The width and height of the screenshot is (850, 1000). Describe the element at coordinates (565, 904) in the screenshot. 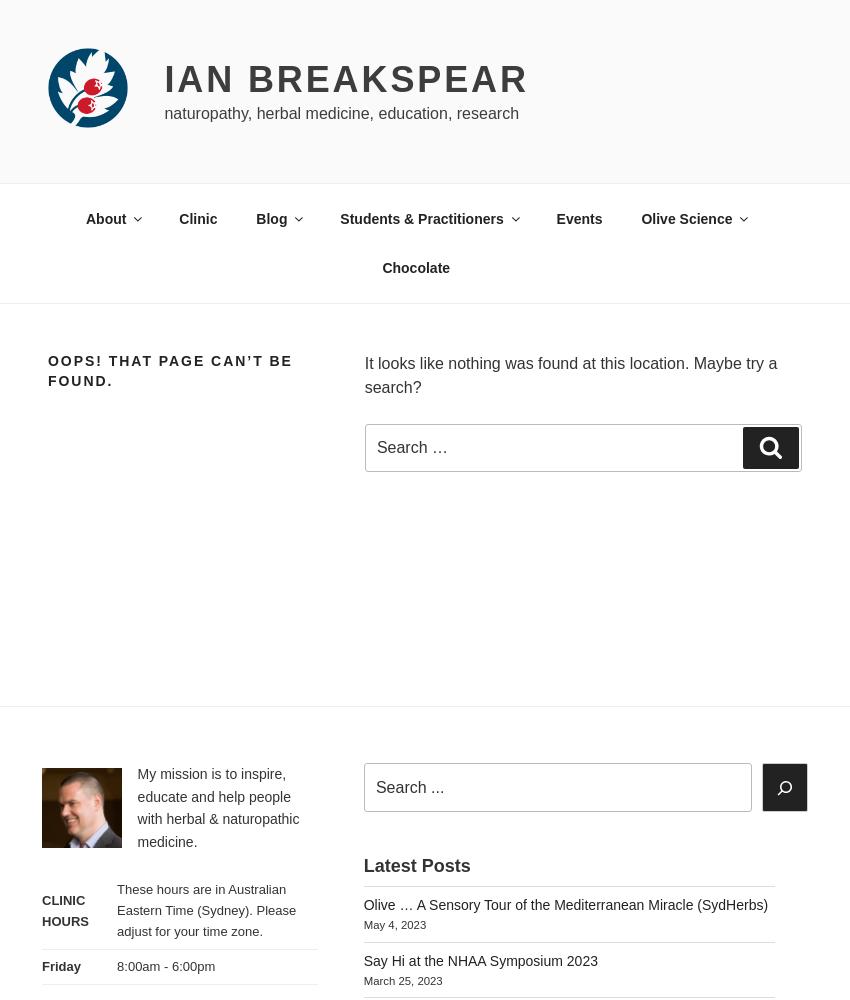

I see `'Olive … A Sensory Tour of the Mediterranean Miracle (SydHerbs)'` at that location.